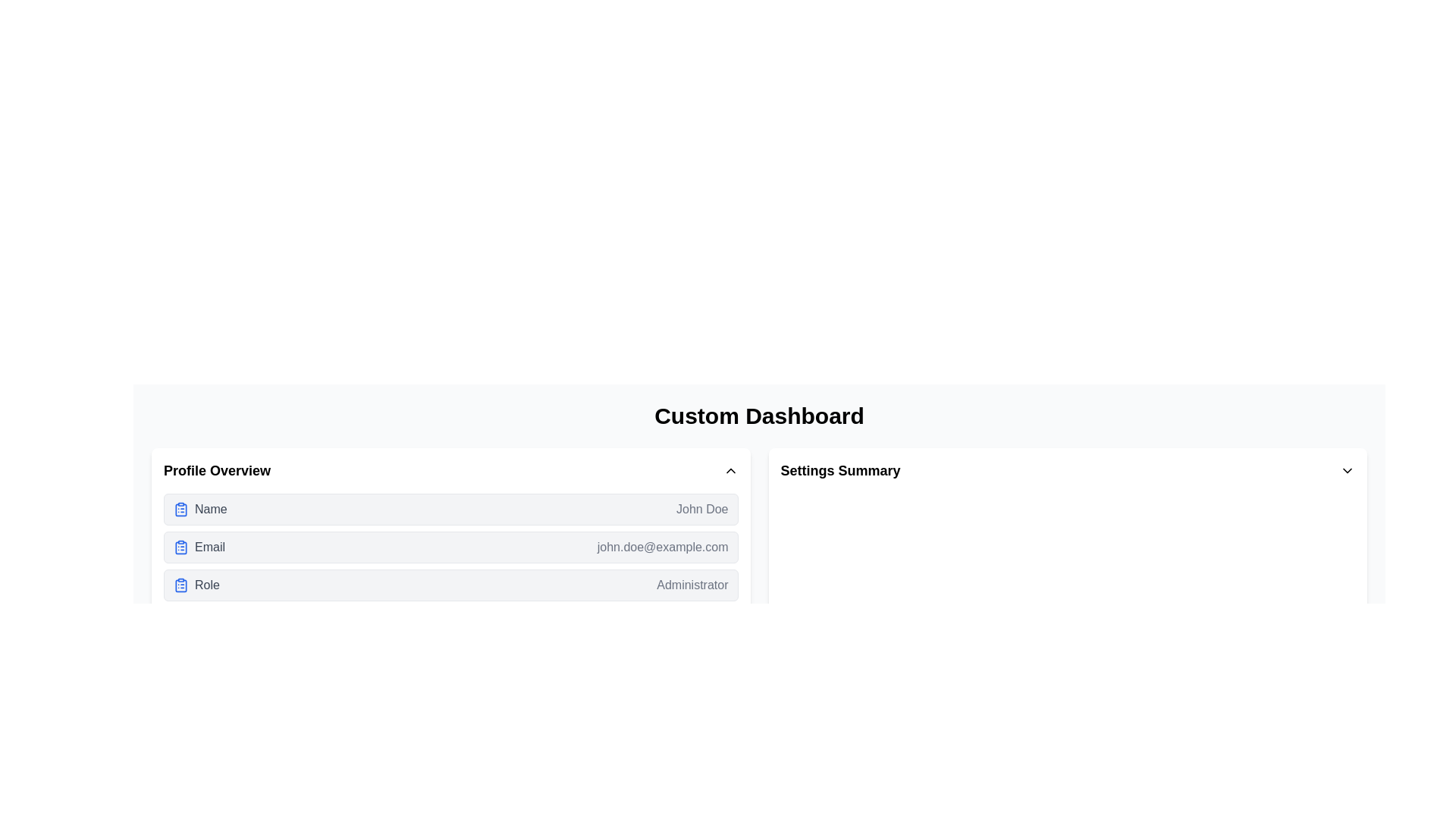 This screenshot has height=819, width=1456. I want to click on the clipboard-like blue icon located to the left of the text 'Name' in the 'Profile Overview' section, so click(181, 509).